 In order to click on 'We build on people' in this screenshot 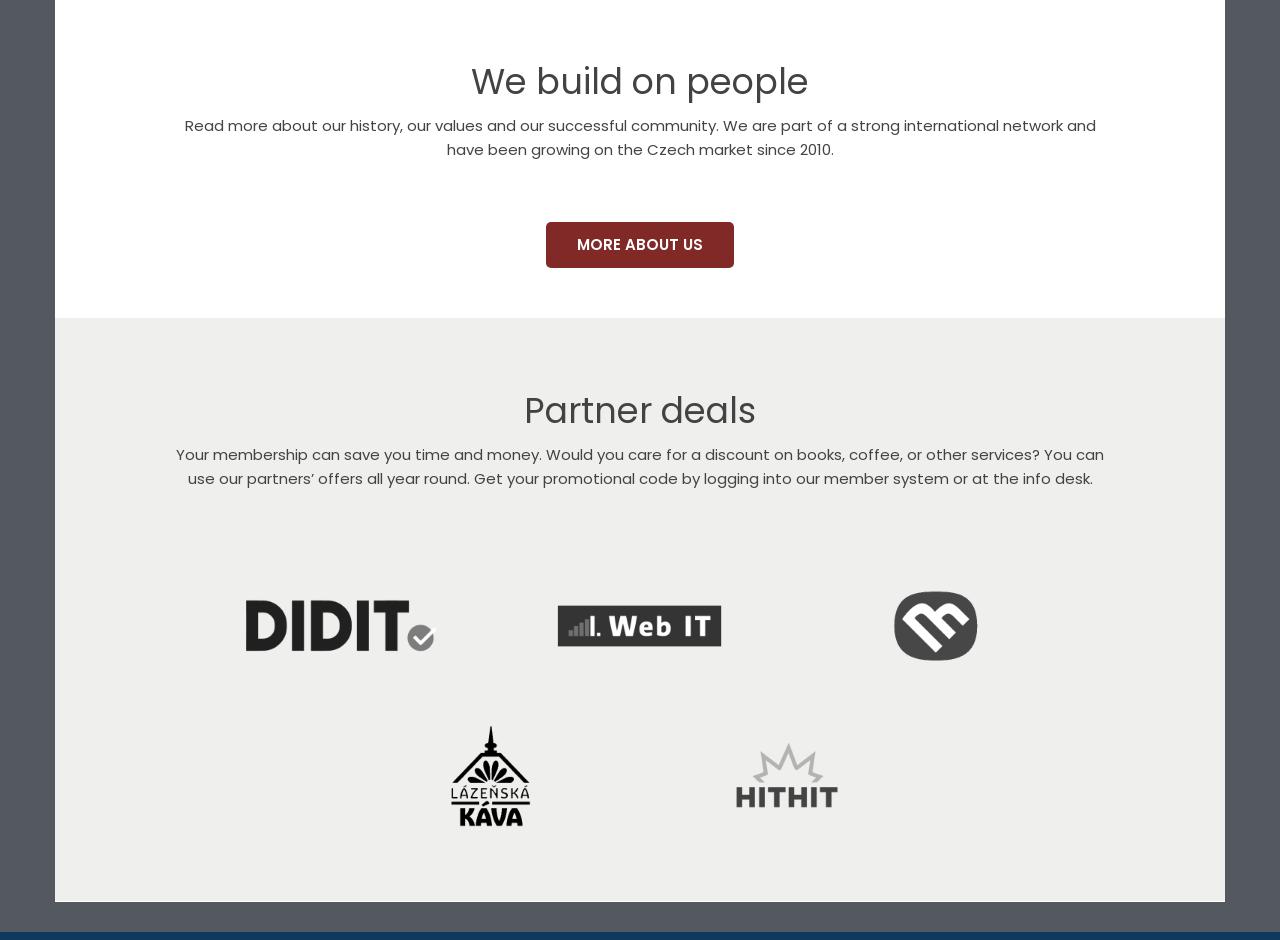, I will do `click(640, 81)`.